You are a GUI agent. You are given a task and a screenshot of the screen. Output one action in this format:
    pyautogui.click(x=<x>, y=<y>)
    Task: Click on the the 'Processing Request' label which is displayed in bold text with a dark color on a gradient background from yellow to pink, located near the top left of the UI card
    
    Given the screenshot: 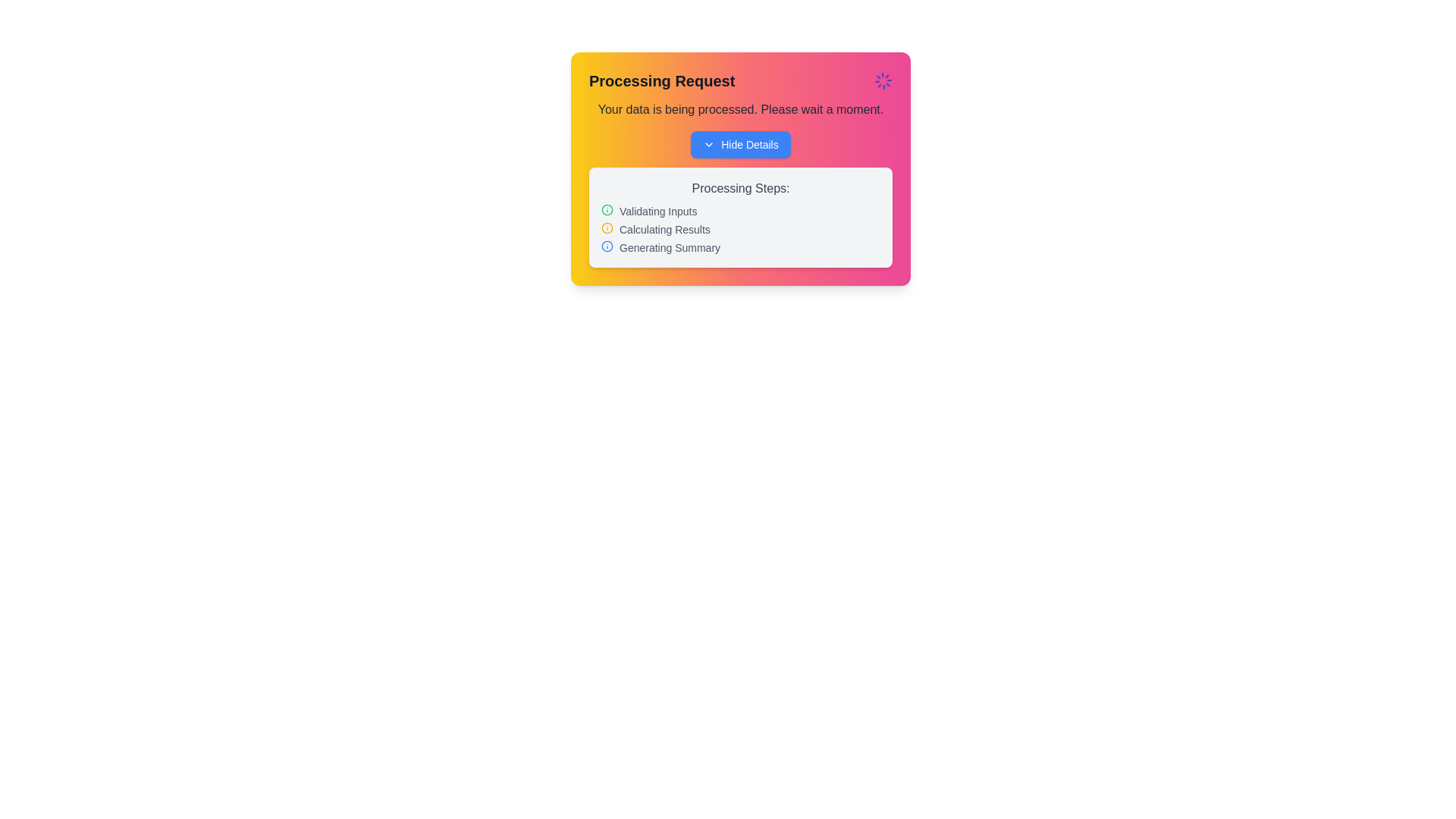 What is the action you would take?
    pyautogui.click(x=662, y=81)
    